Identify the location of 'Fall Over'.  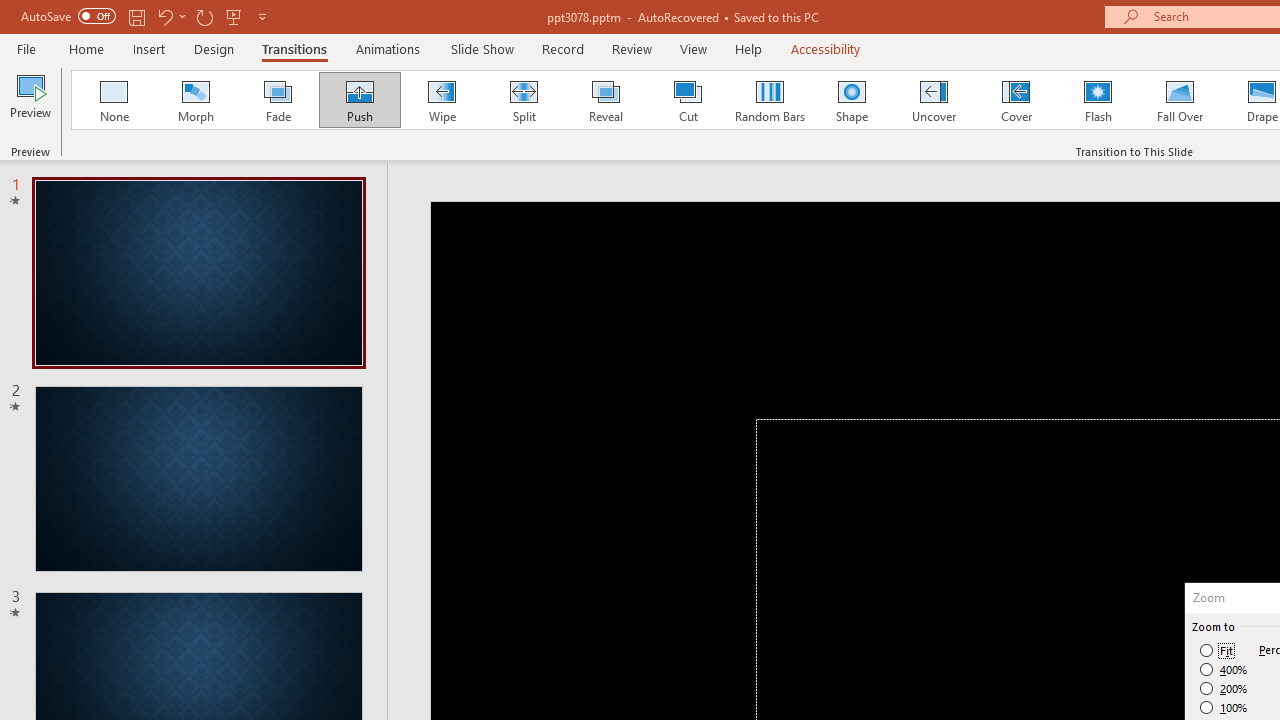
(1180, 100).